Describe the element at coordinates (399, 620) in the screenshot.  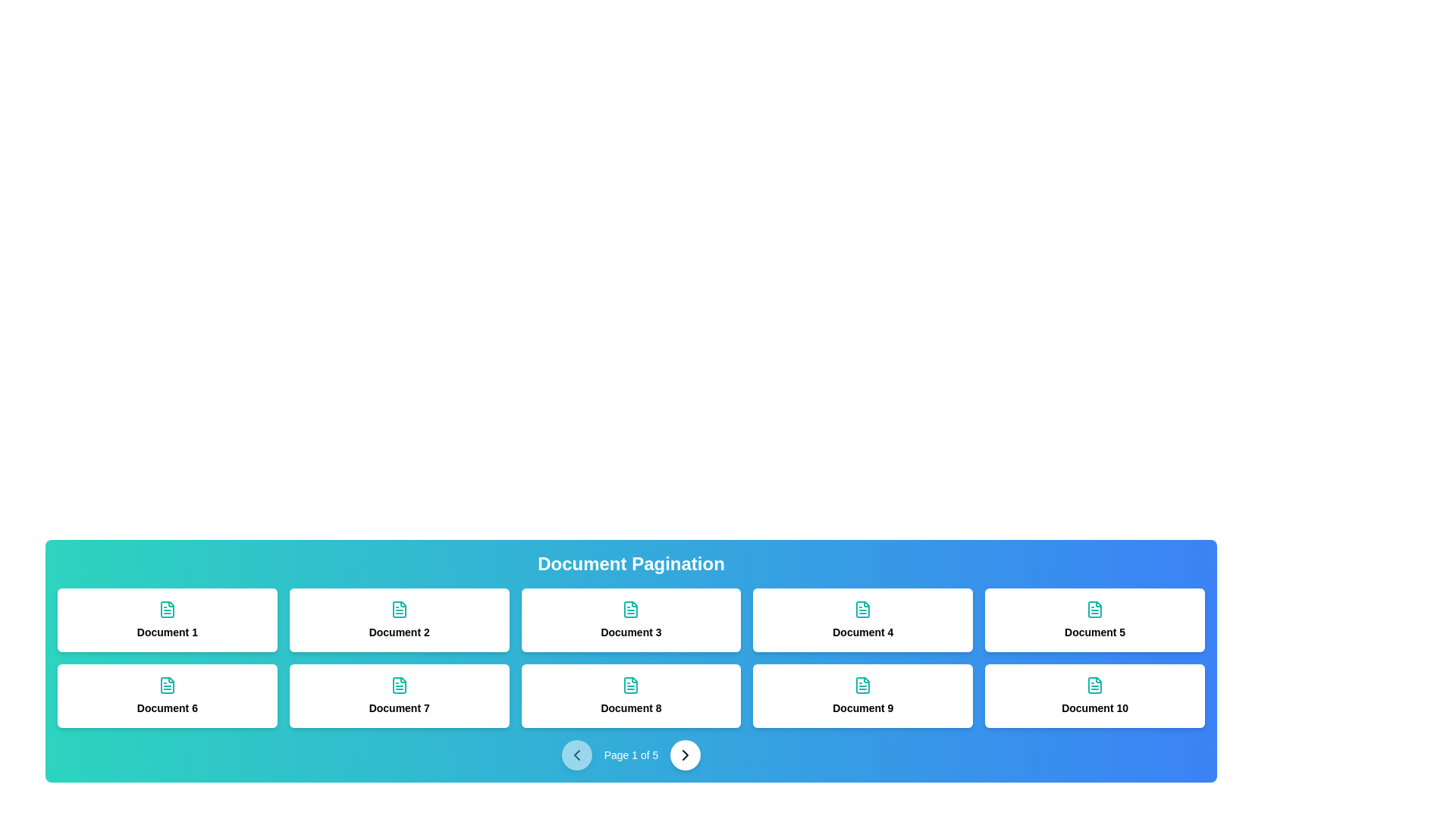
I see `the interactive card representing 'Document 2', which is the second card in the first row of a 5-column grid layout` at that location.